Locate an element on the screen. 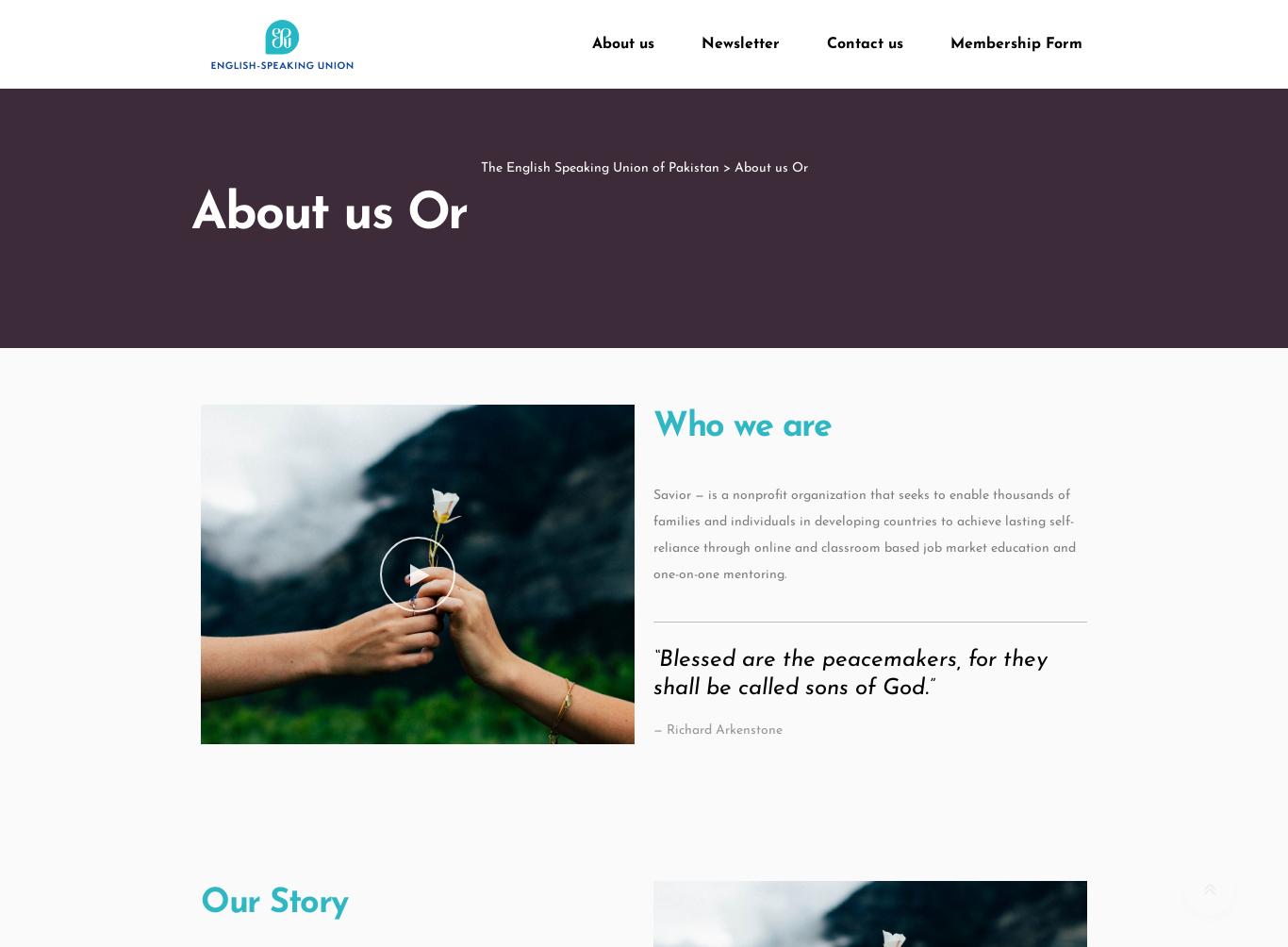 The width and height of the screenshot is (1288, 947). 'Past Presidents' is located at coordinates (668, 190).